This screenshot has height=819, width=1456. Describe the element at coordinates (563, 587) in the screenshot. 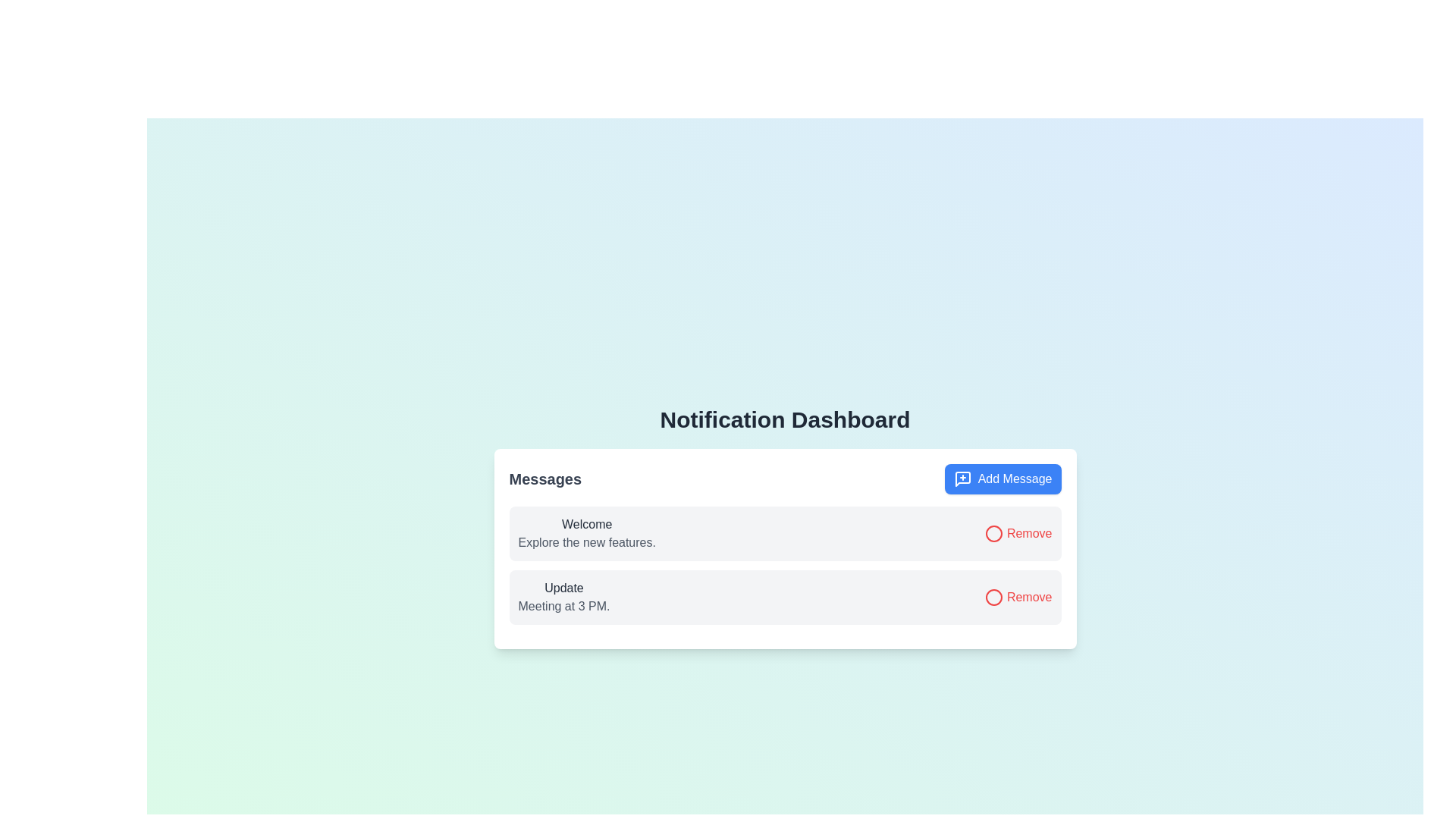

I see `the text label located in the middle-left section of the notification message, which serves as a title for the message` at that location.